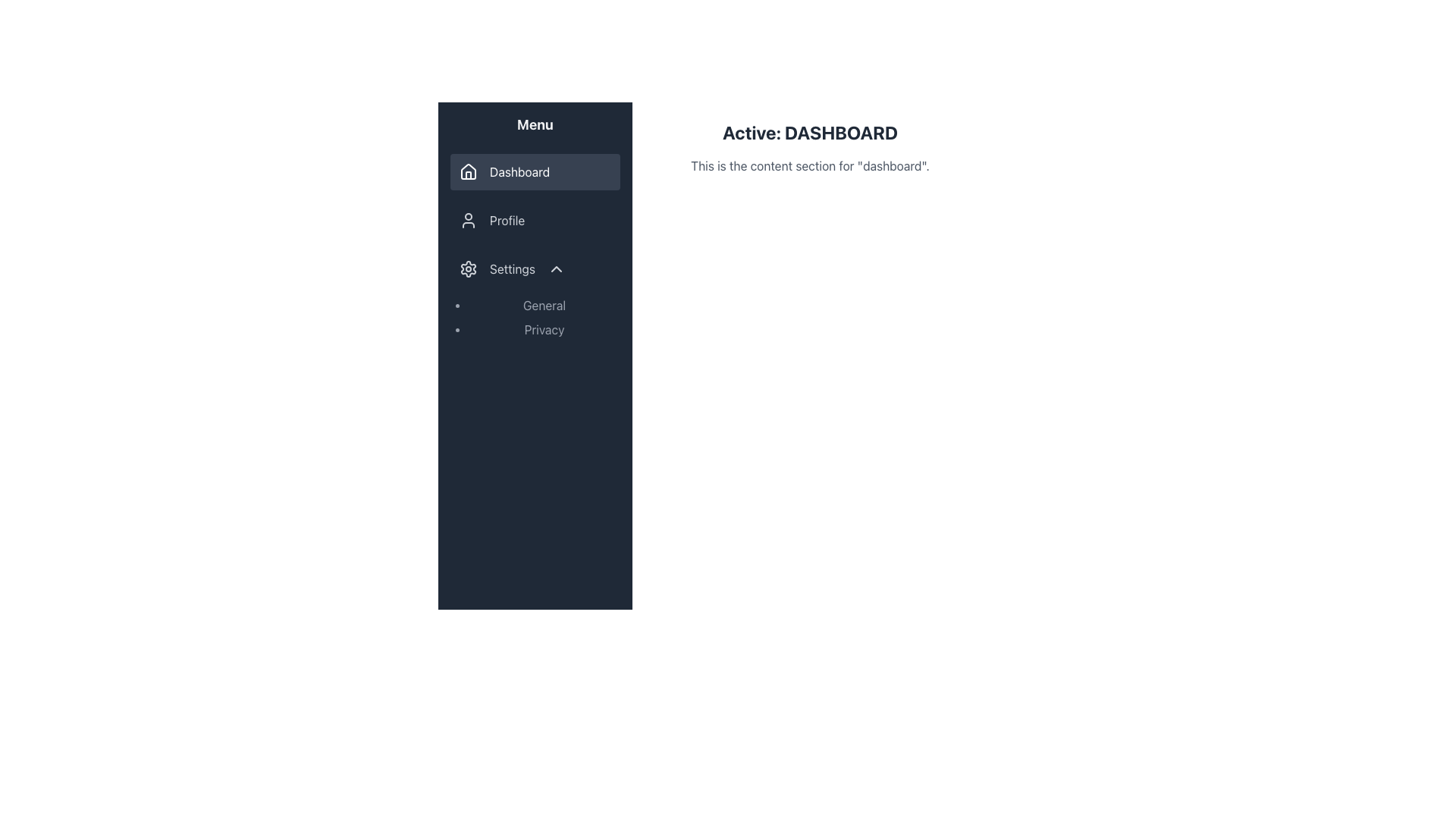 The image size is (1456, 819). Describe the element at coordinates (468, 220) in the screenshot. I see `the user profile icon displayed next to the 'Profile' text in the menu list` at that location.